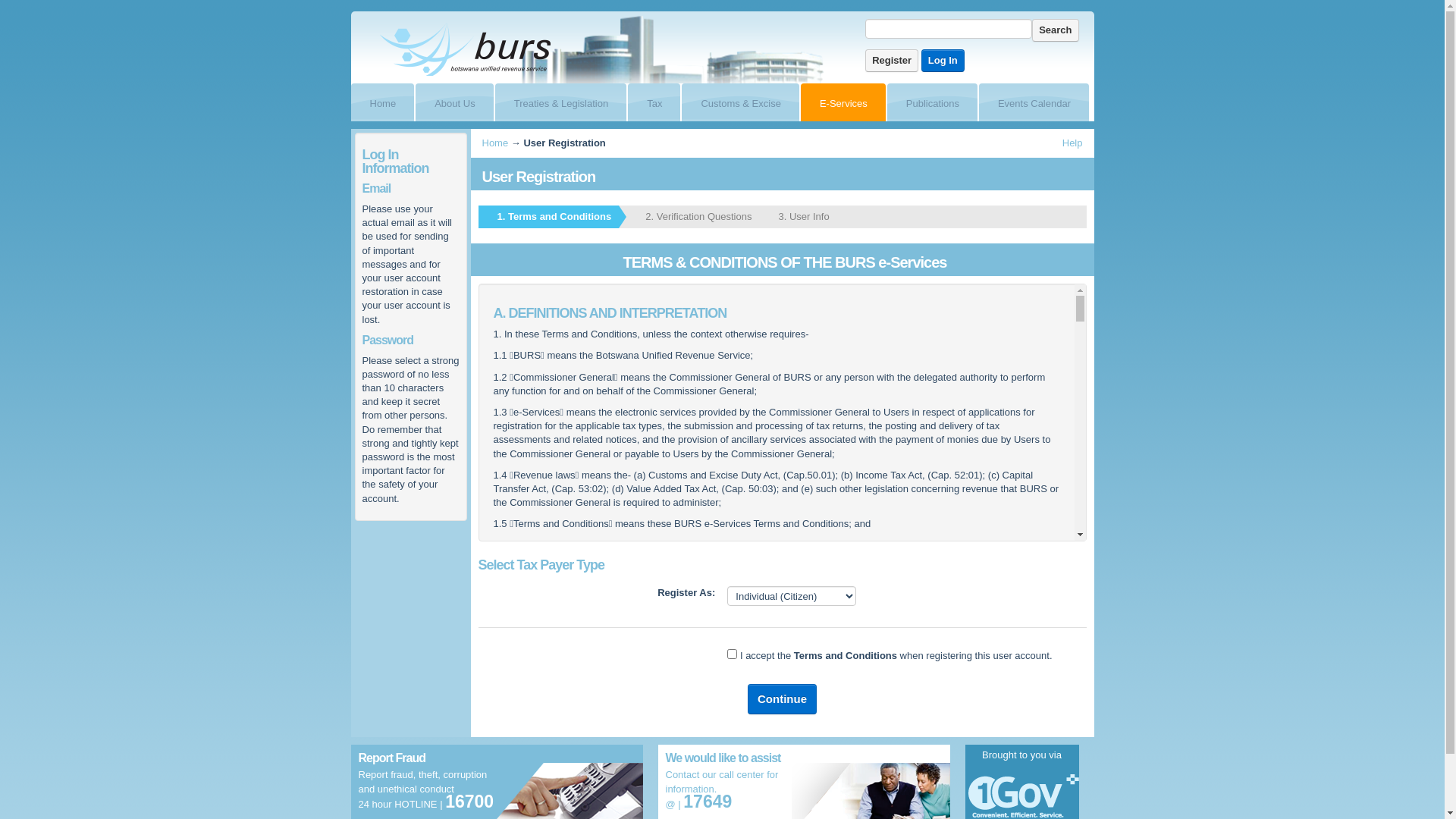  Describe the element at coordinates (495, 143) in the screenshot. I see `'Home'` at that location.